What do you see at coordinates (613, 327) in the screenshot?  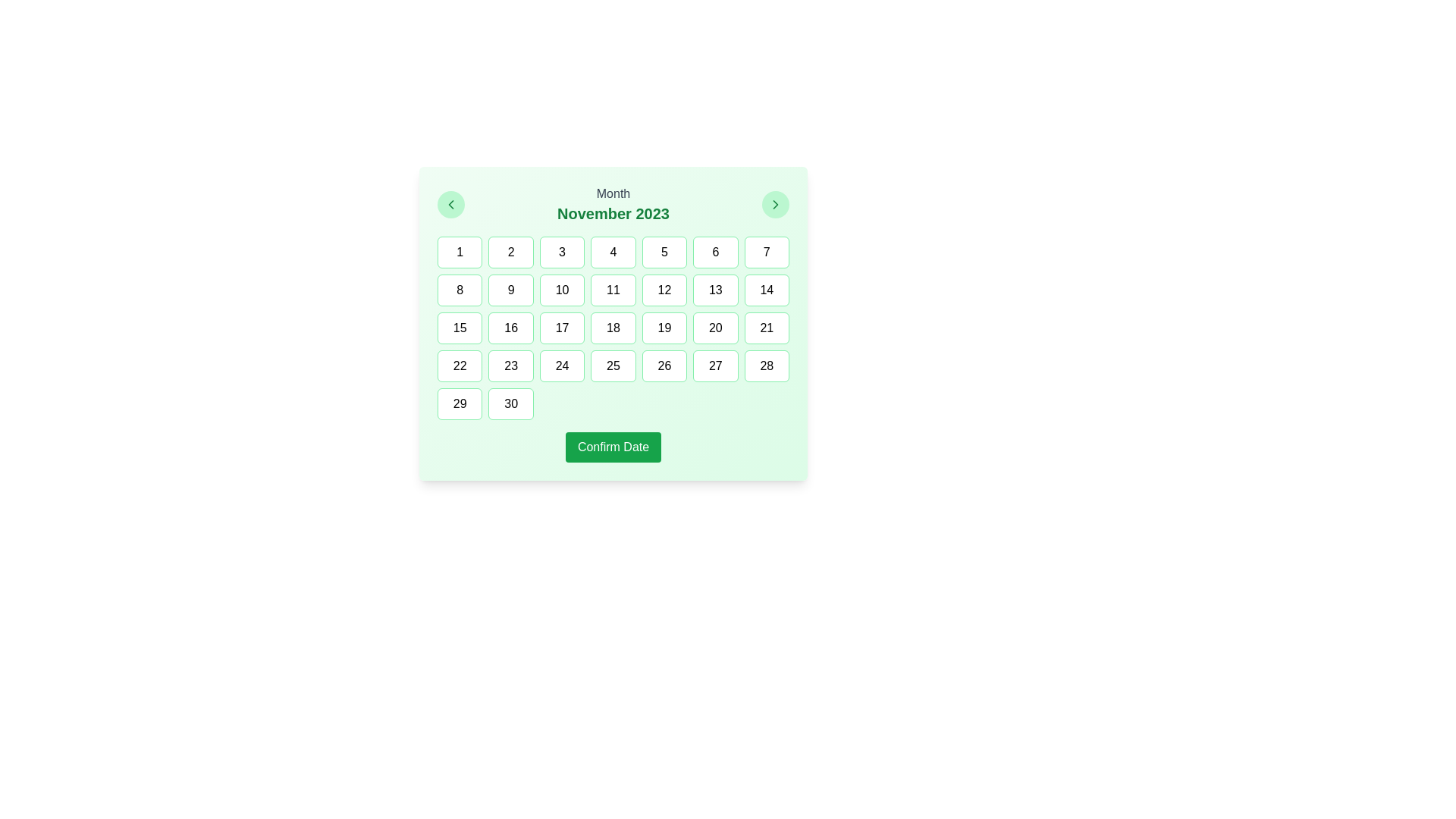 I see `the date button for the 18th in the calendar interface` at bounding box center [613, 327].